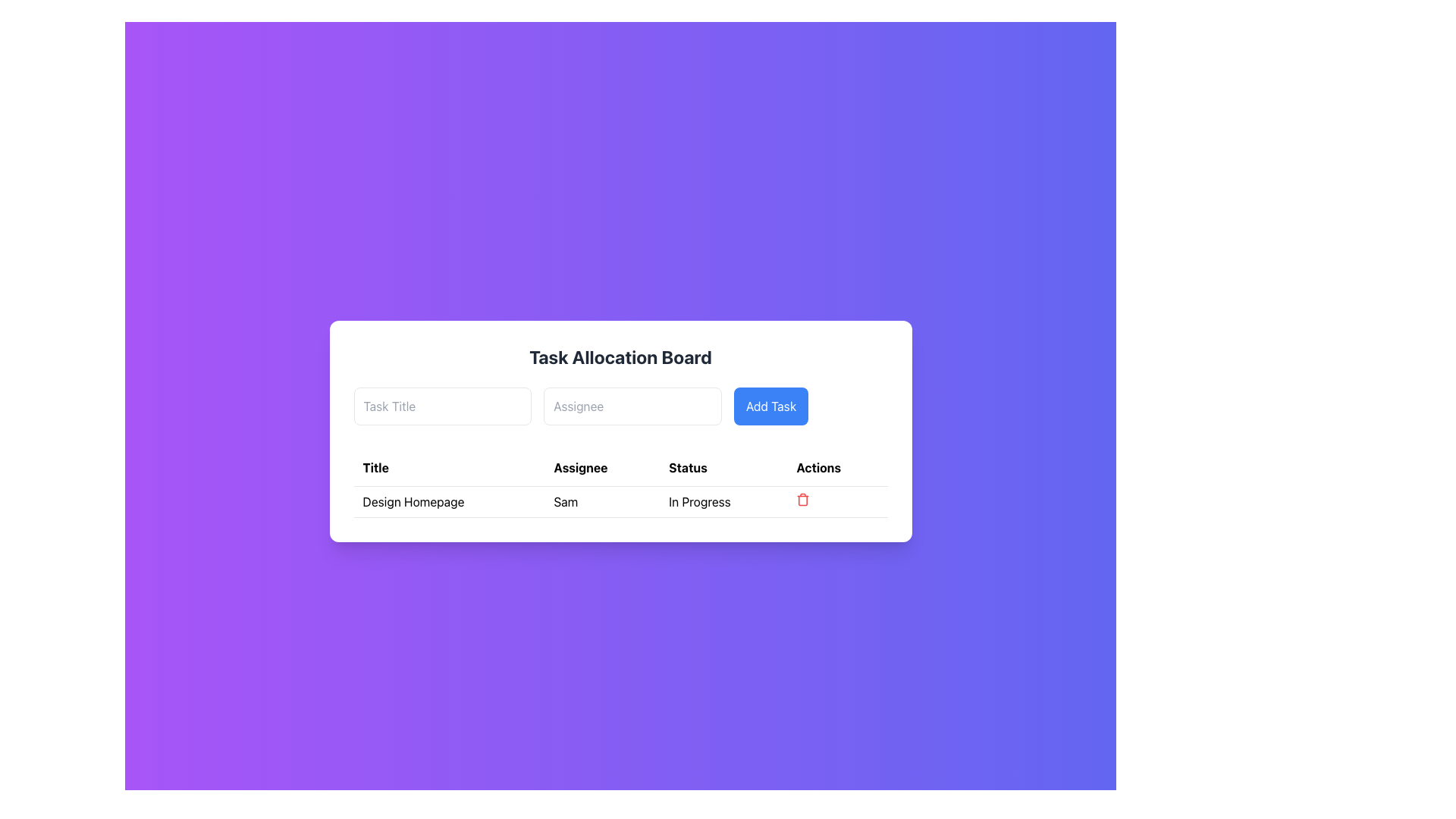  What do you see at coordinates (802, 500) in the screenshot?
I see `the red trash icon button` at bounding box center [802, 500].